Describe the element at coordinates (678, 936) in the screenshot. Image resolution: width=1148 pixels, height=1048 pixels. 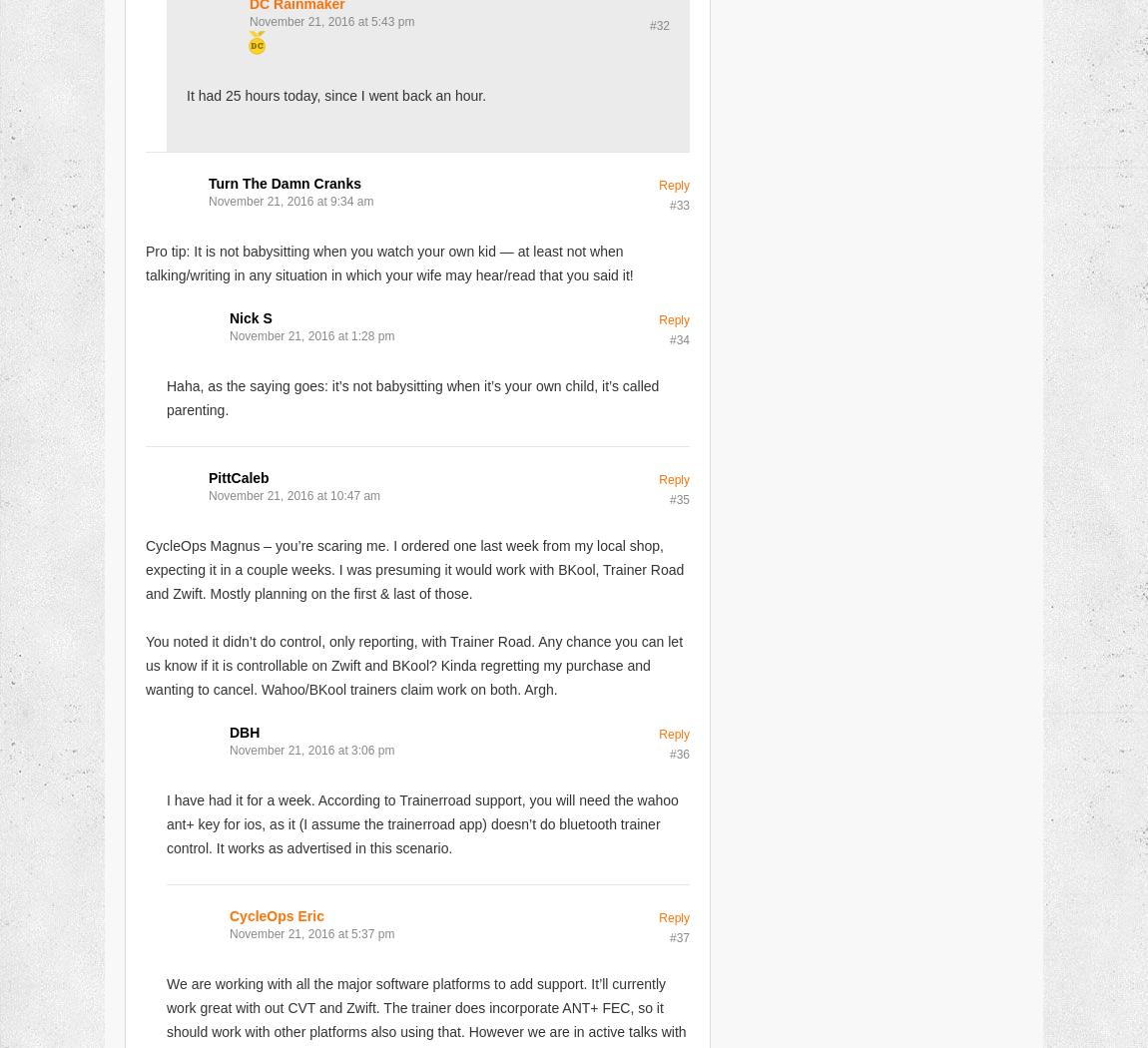
I see `'#37'` at that location.